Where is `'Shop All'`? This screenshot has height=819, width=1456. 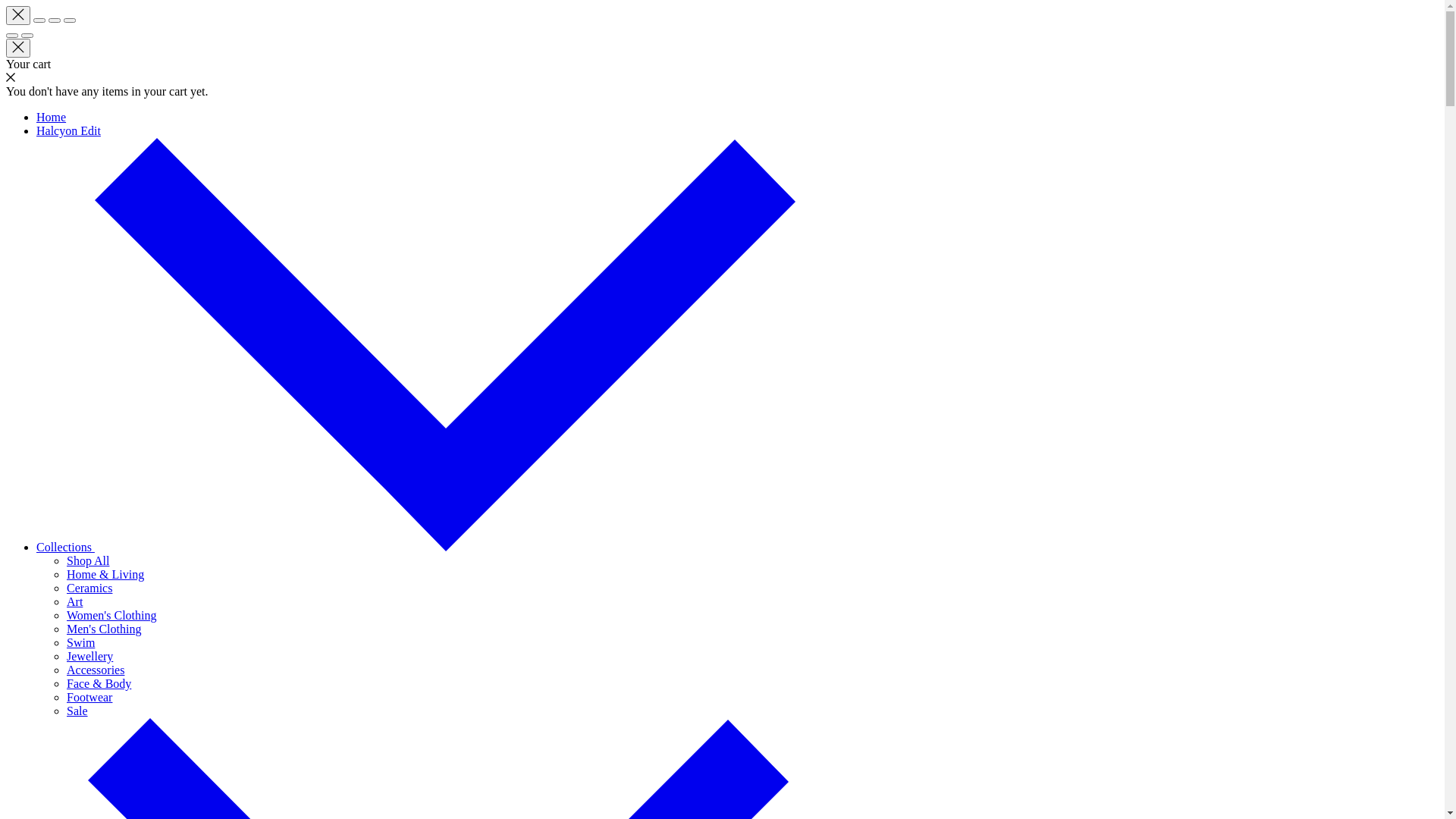
'Shop All' is located at coordinates (86, 560).